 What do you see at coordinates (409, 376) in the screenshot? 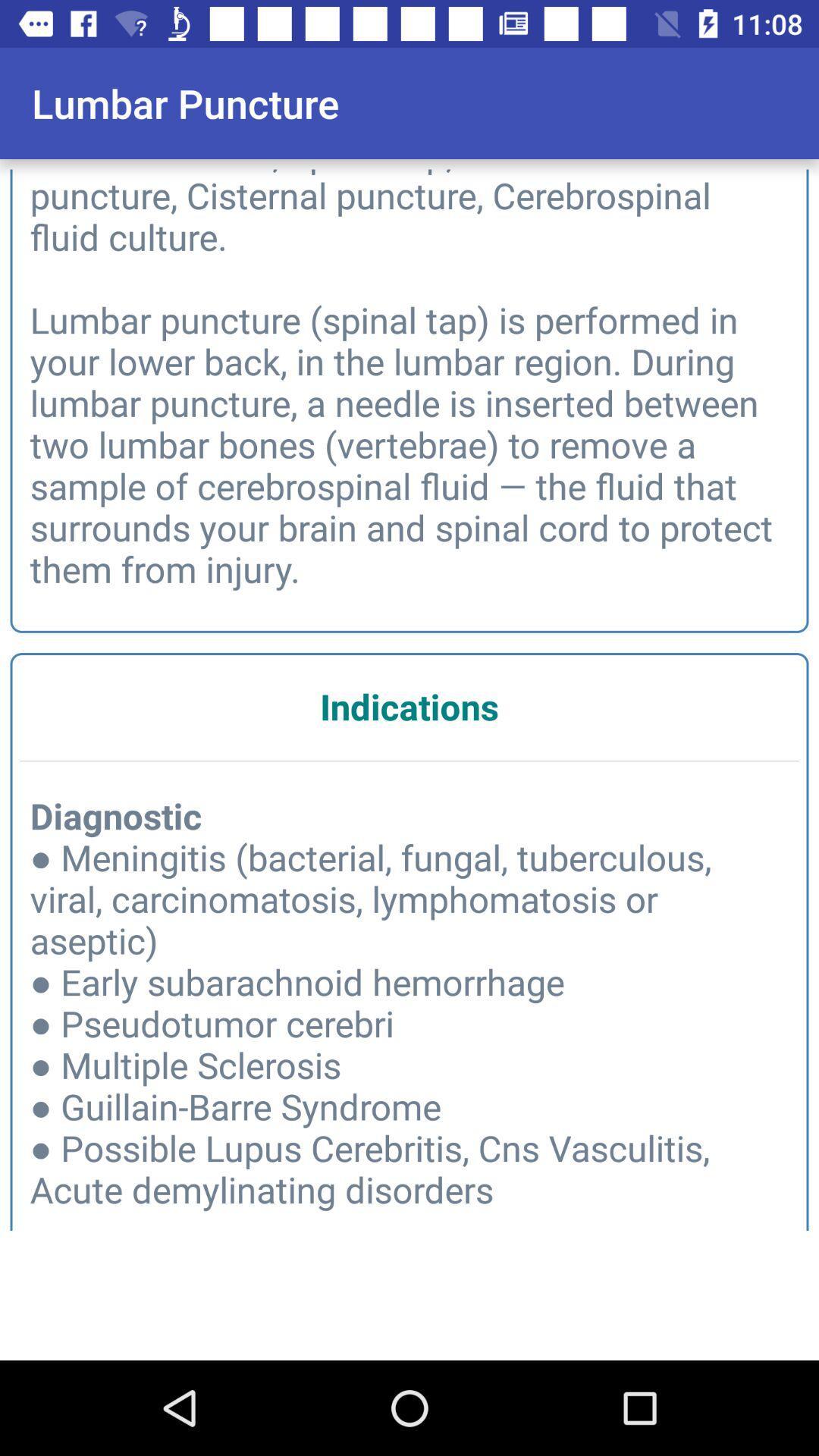
I see `app below lumbar puncture` at bounding box center [409, 376].